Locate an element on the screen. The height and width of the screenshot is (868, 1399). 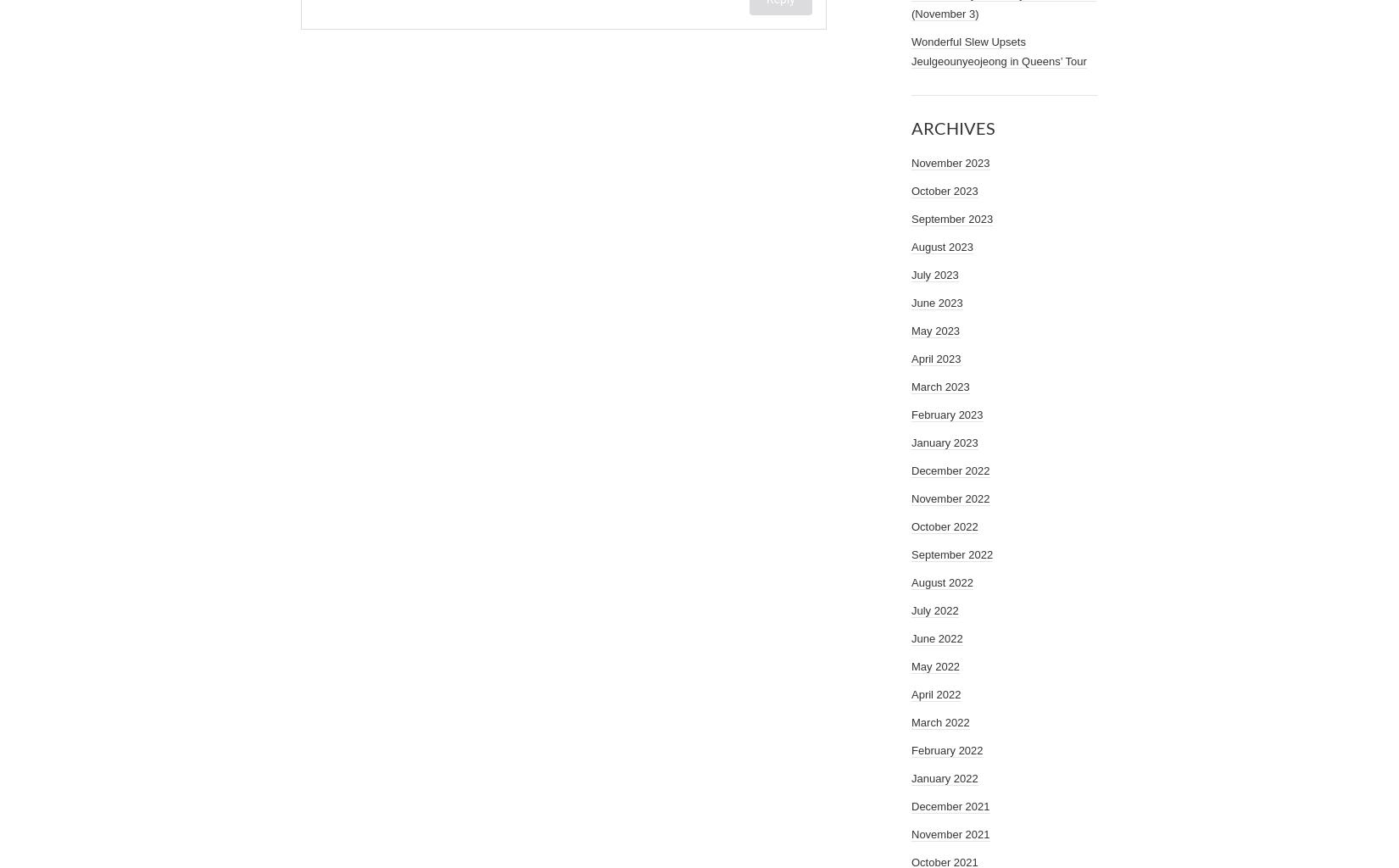
'November 2023' is located at coordinates (950, 163).